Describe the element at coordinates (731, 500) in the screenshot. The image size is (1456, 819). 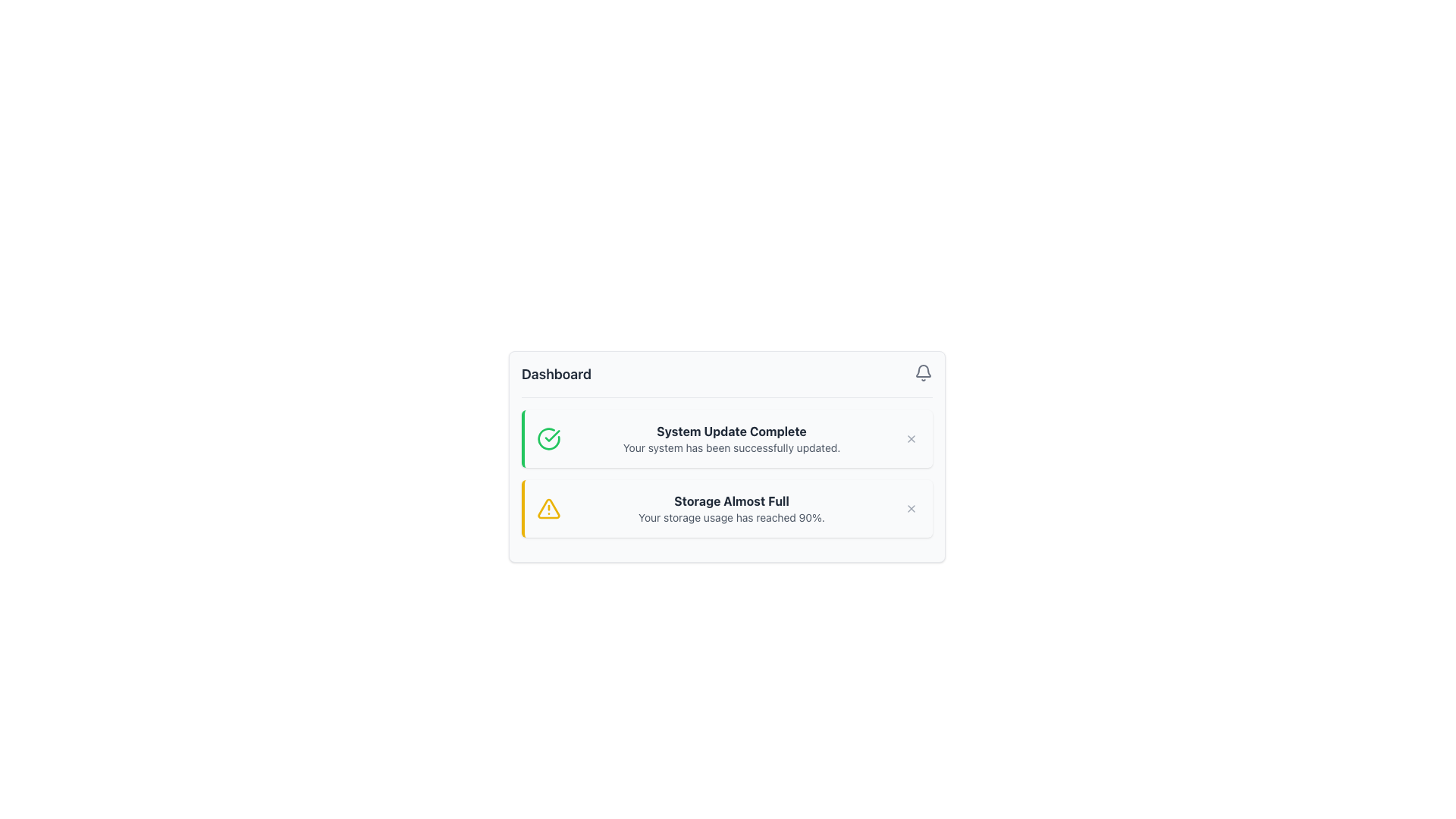
I see `message displayed in the text label that says 'Storage Almost Full', which is bold and dark gray, located in the middle section of a card within a list of notifications` at that location.